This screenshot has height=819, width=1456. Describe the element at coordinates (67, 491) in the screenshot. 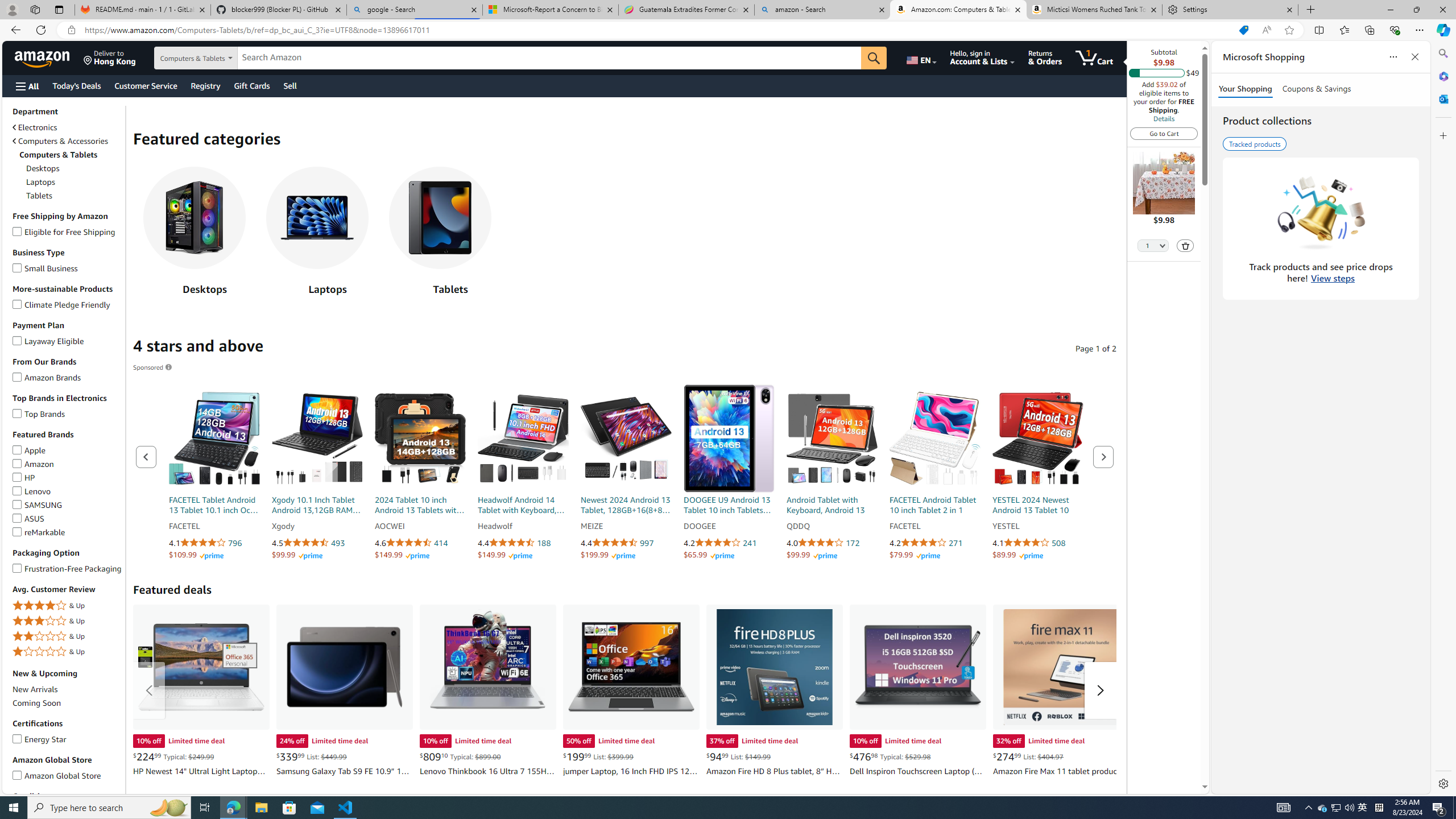

I see `'LenovoLenovo'` at that location.